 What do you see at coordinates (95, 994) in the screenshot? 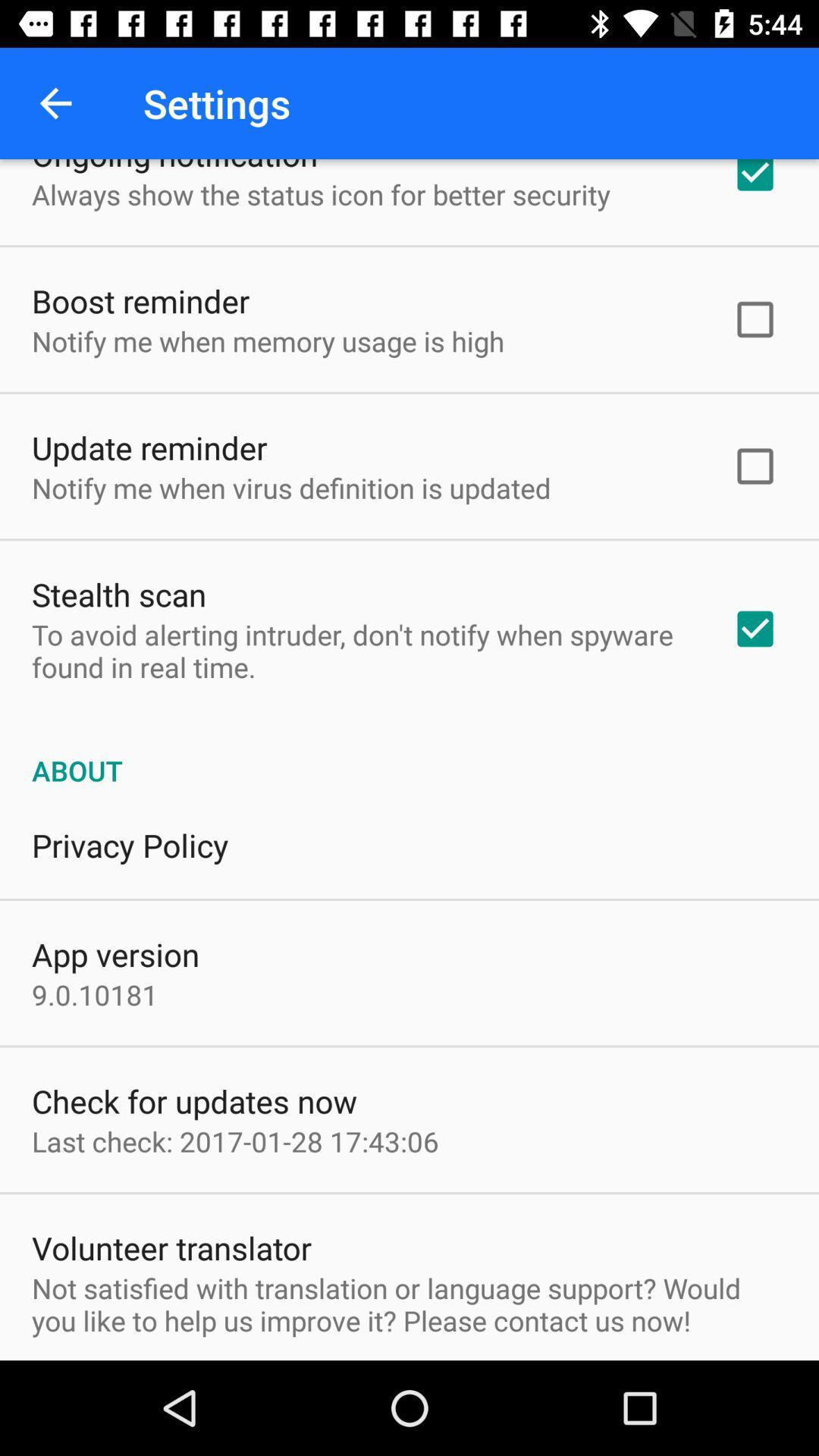
I see `the item below app version` at bounding box center [95, 994].